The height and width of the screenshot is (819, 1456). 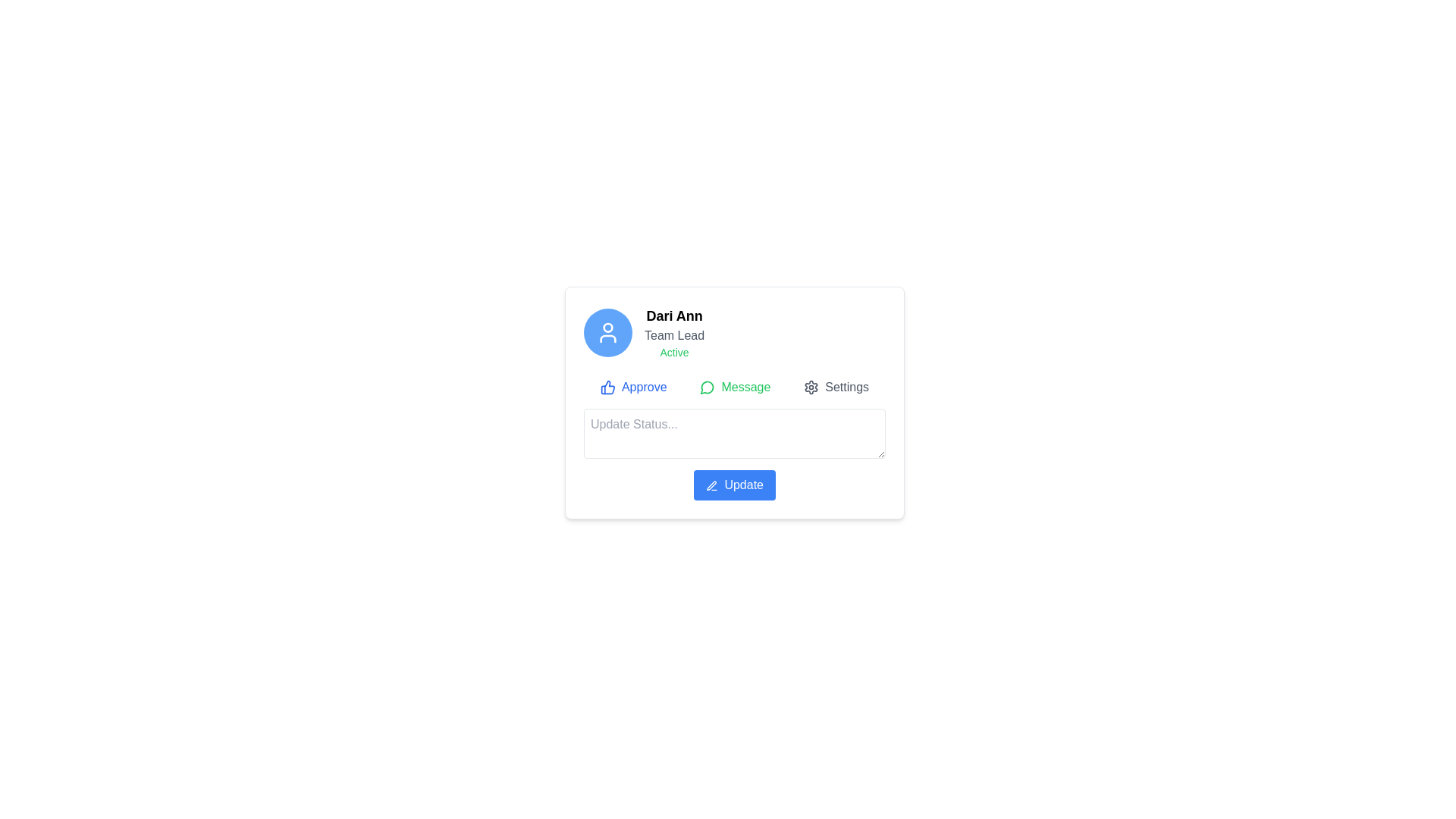 What do you see at coordinates (836, 386) in the screenshot?
I see `the settings button located at the rightmost side of the interactive options row in the bottom half of the interface` at bounding box center [836, 386].